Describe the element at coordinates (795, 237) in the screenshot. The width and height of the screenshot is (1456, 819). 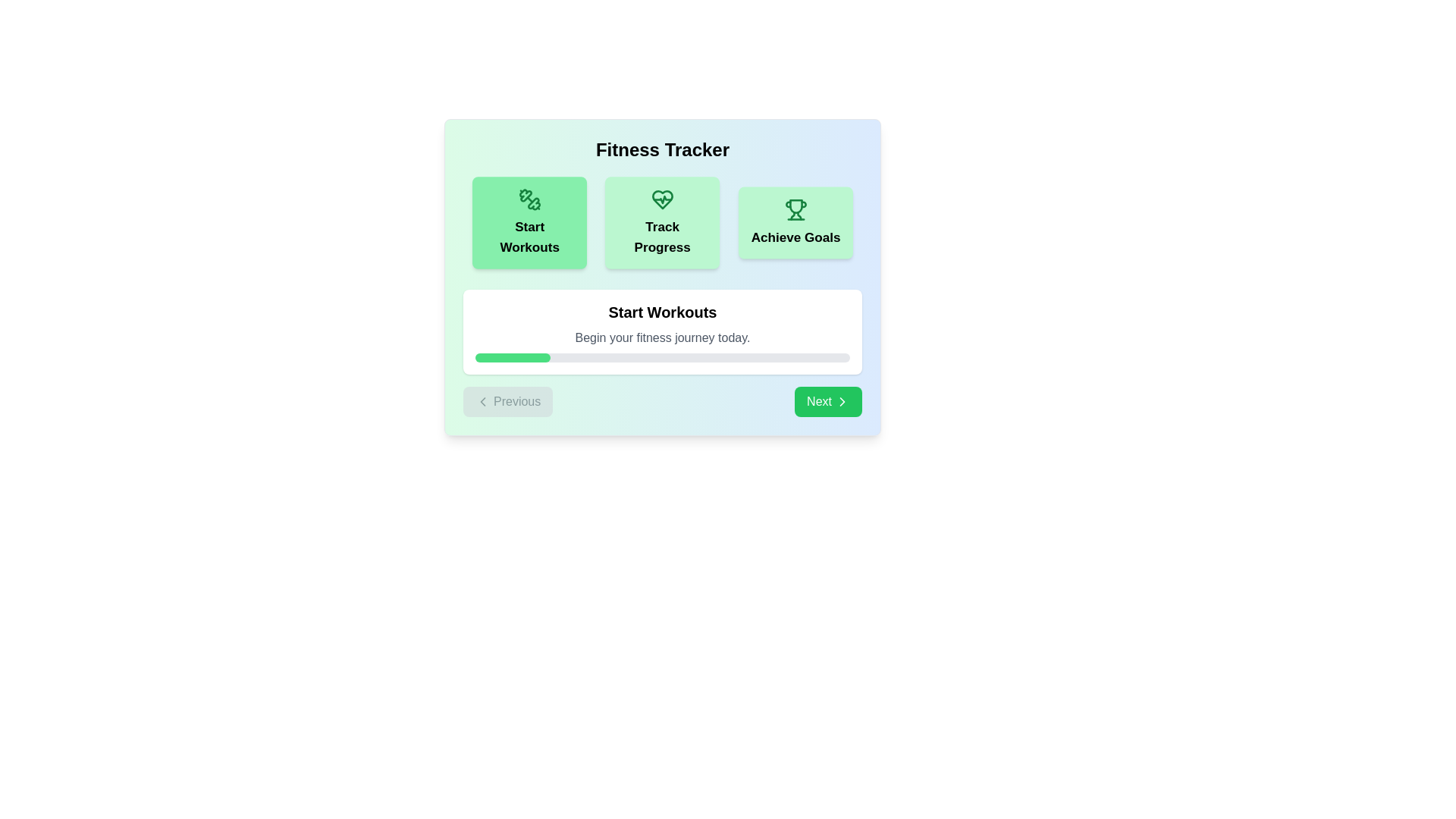
I see `the 'Achieve Goals' text label, which is prominently displayed in bold, large text with a green background within the third option card` at that location.